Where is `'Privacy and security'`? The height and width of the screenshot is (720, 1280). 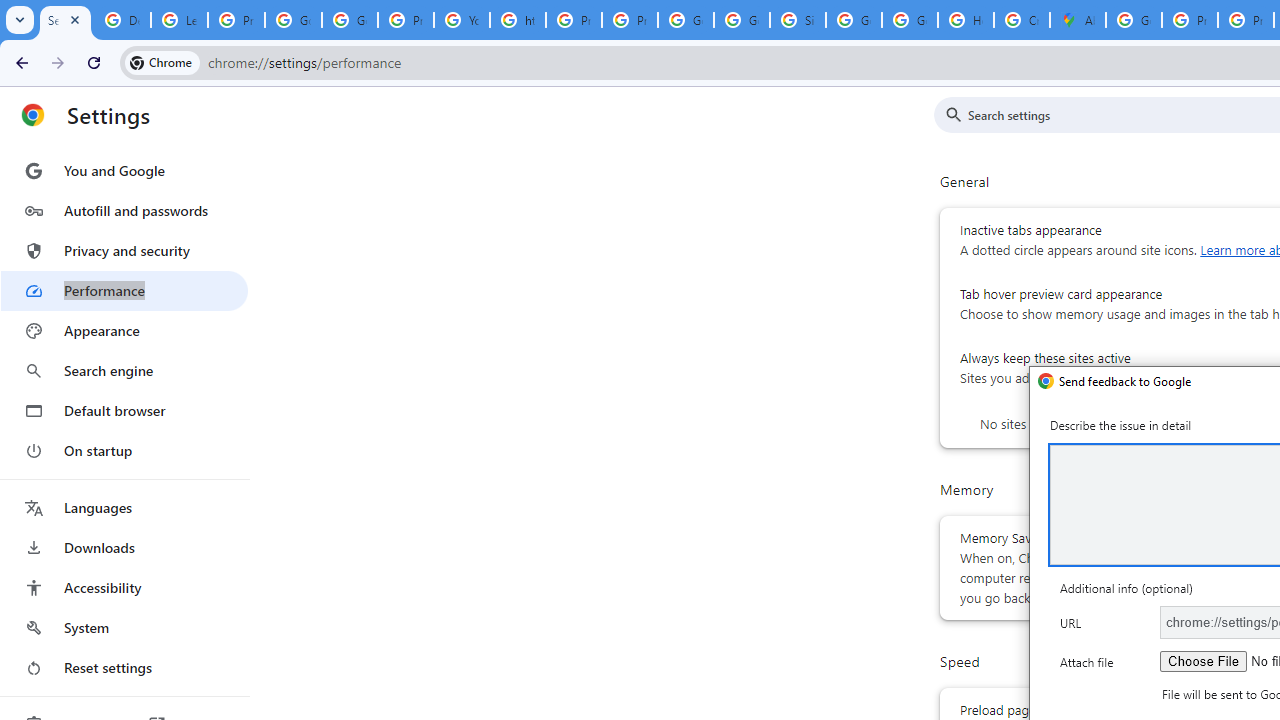 'Privacy and security' is located at coordinates (123, 249).